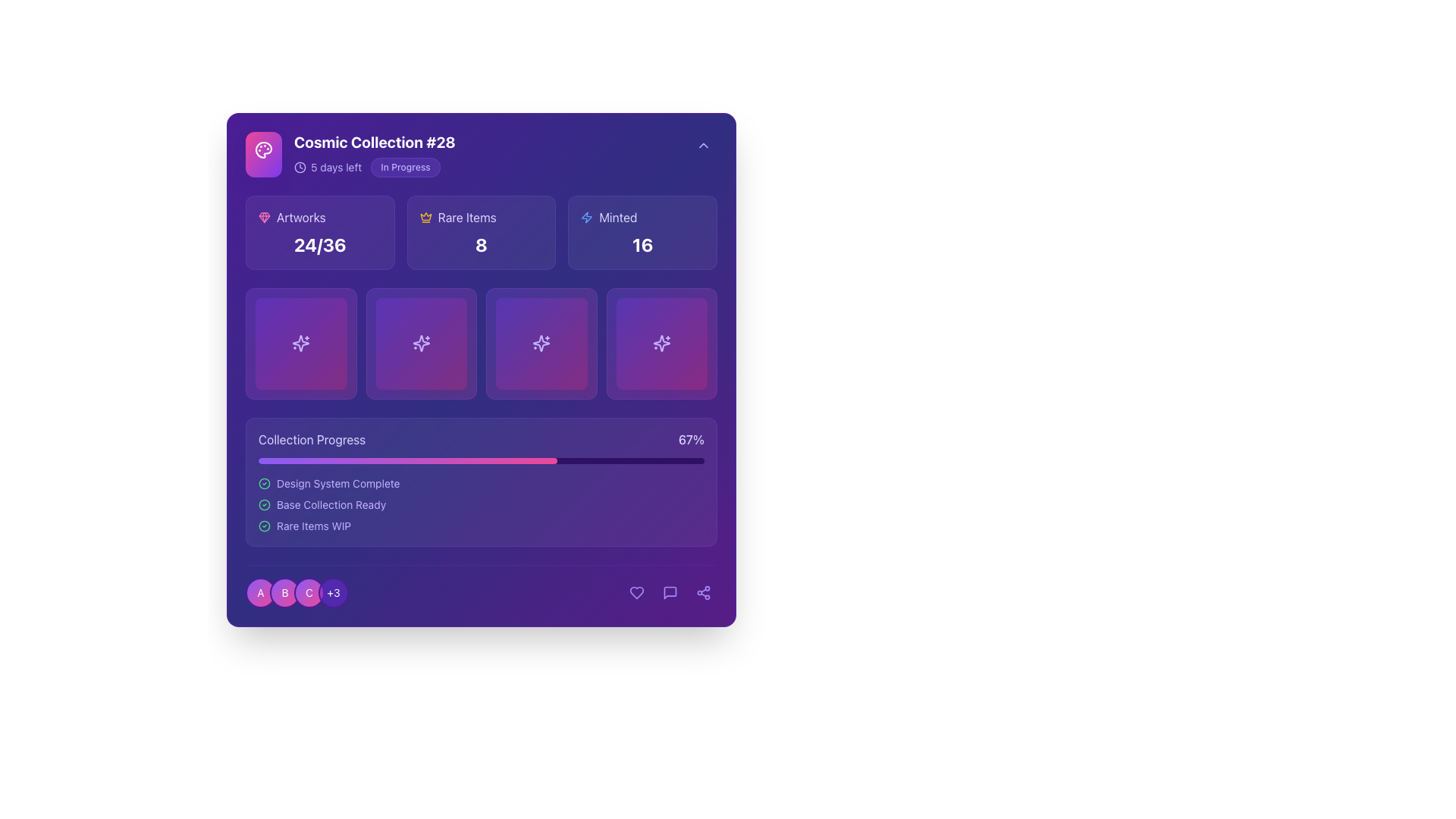  I want to click on the icon indicating the completion of the 'Design System Complete' task, which is the leftmost component in the 'Collection Progress' section, so click(265, 483).